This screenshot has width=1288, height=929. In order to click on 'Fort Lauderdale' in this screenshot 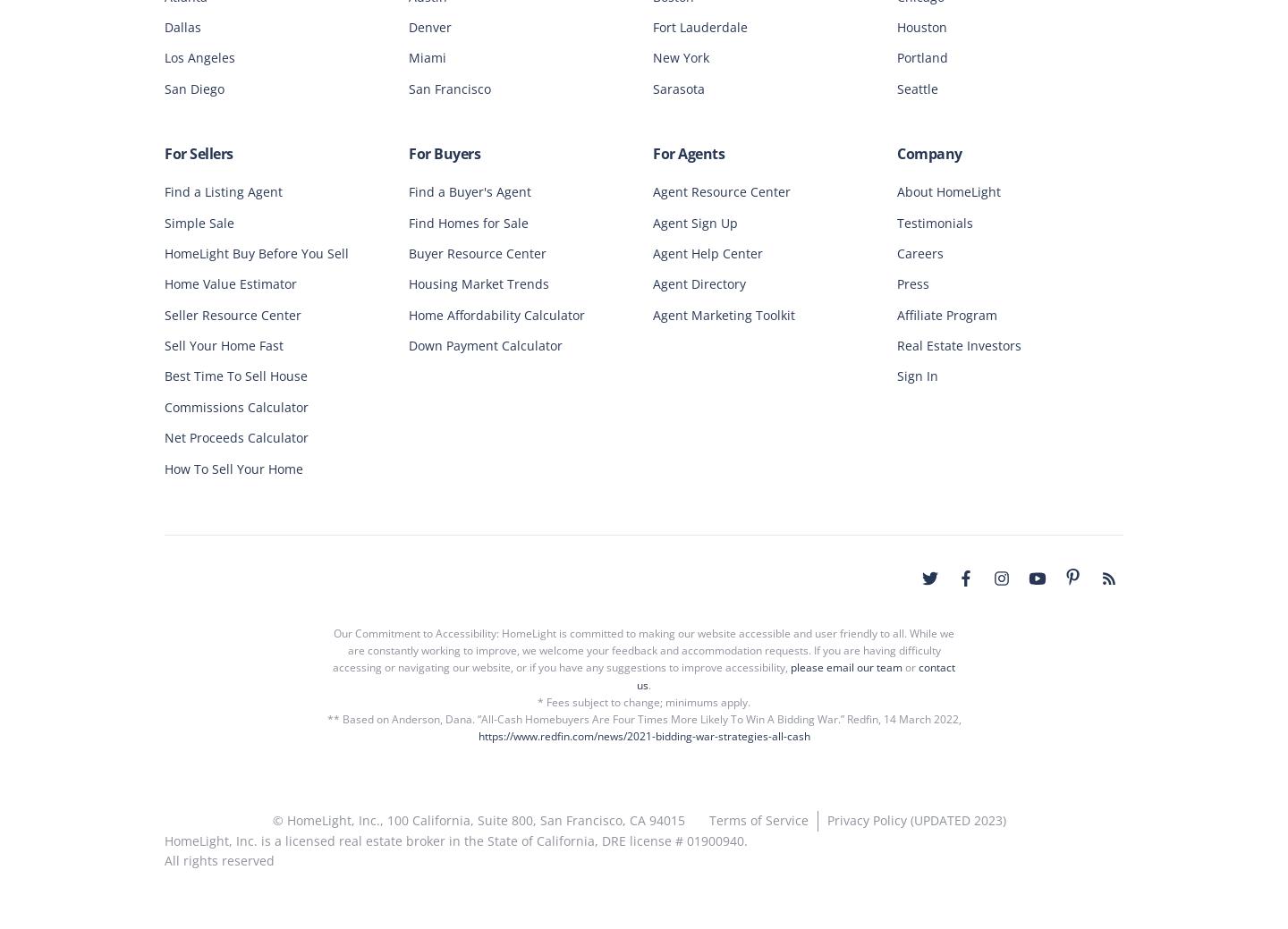, I will do `click(651, 24)`.